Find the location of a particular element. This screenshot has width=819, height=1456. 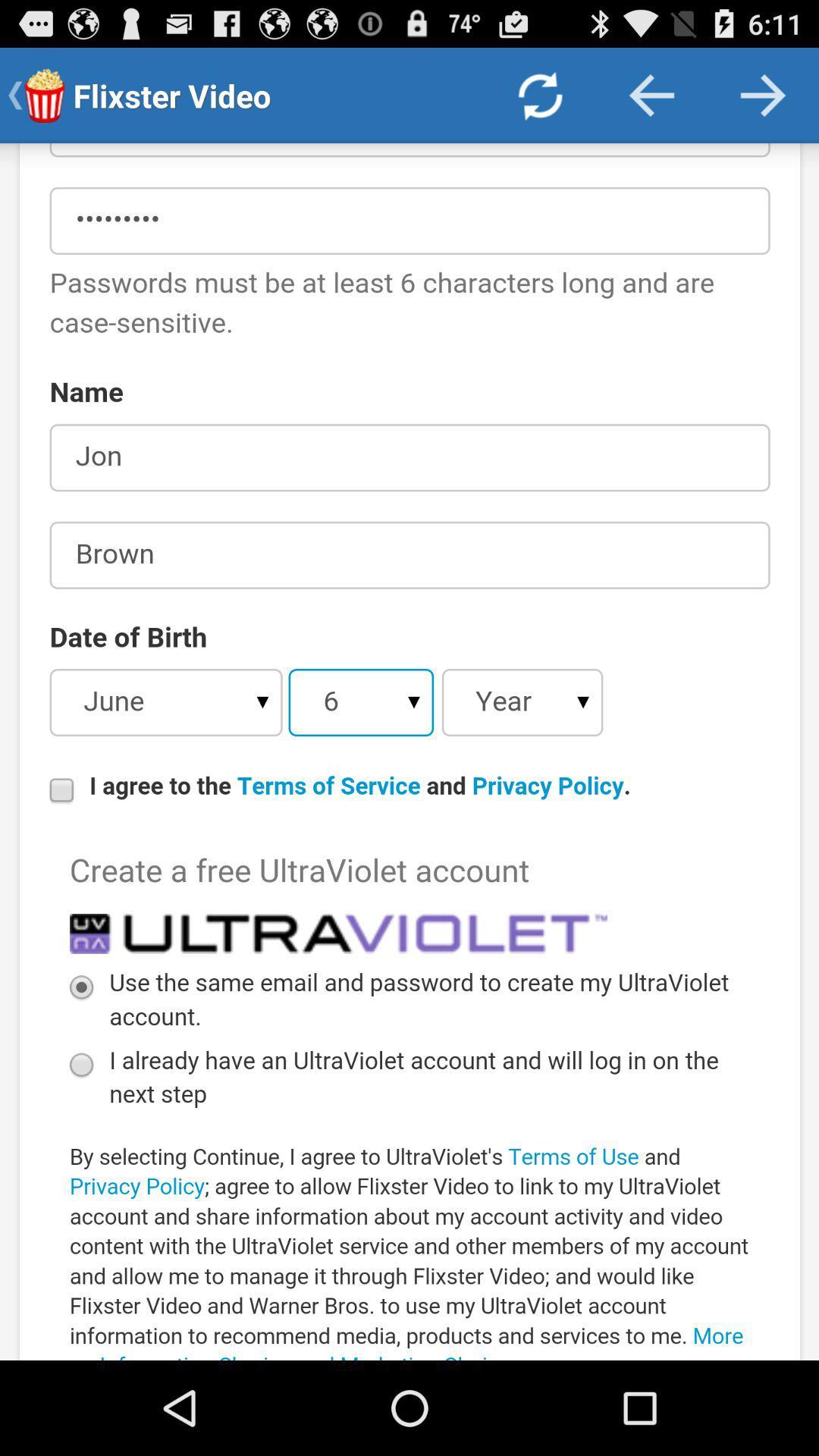

fill the form is located at coordinates (409, 752).